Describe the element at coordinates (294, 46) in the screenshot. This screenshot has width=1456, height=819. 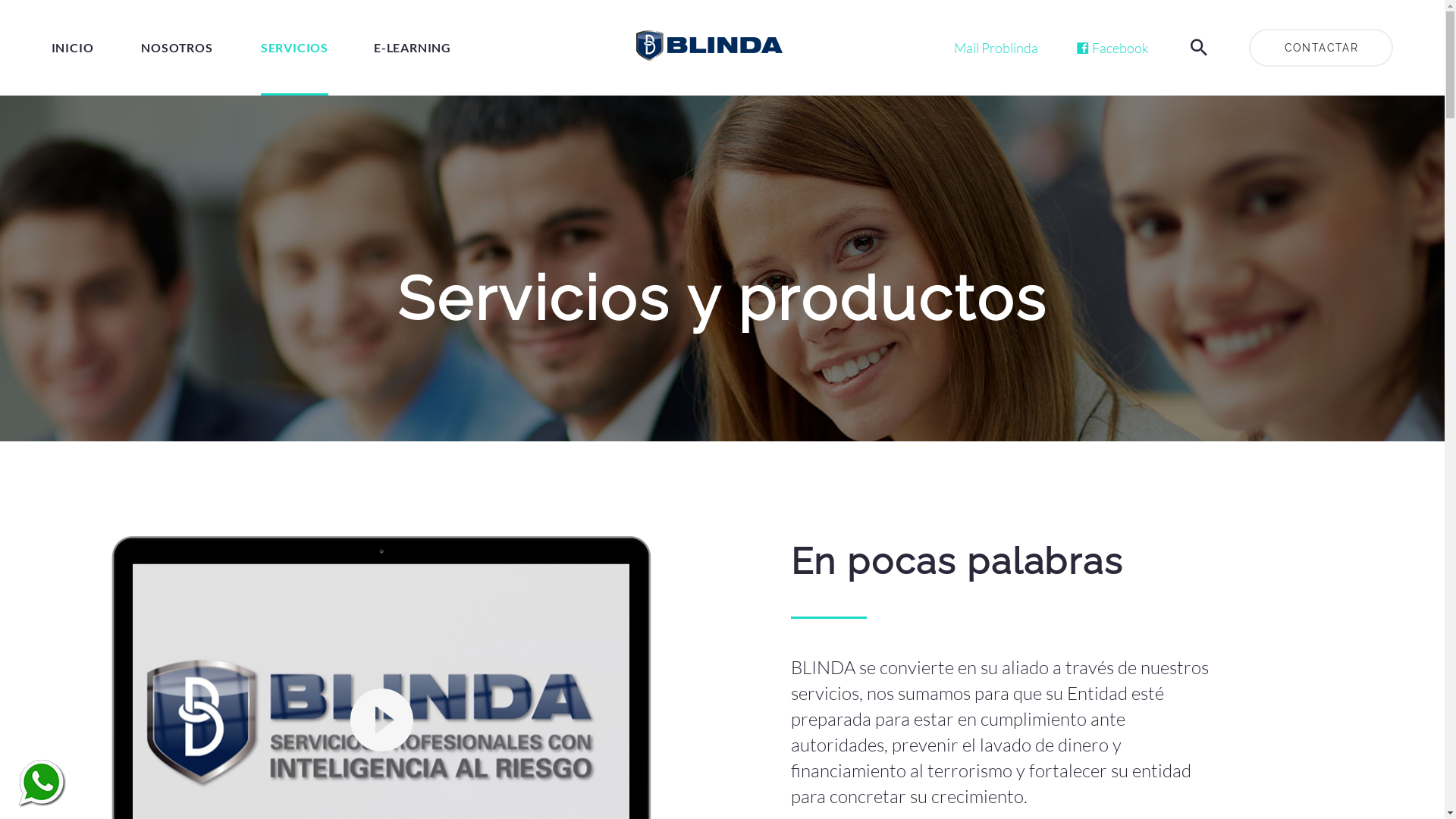
I see `'SERVICIOS'` at that location.